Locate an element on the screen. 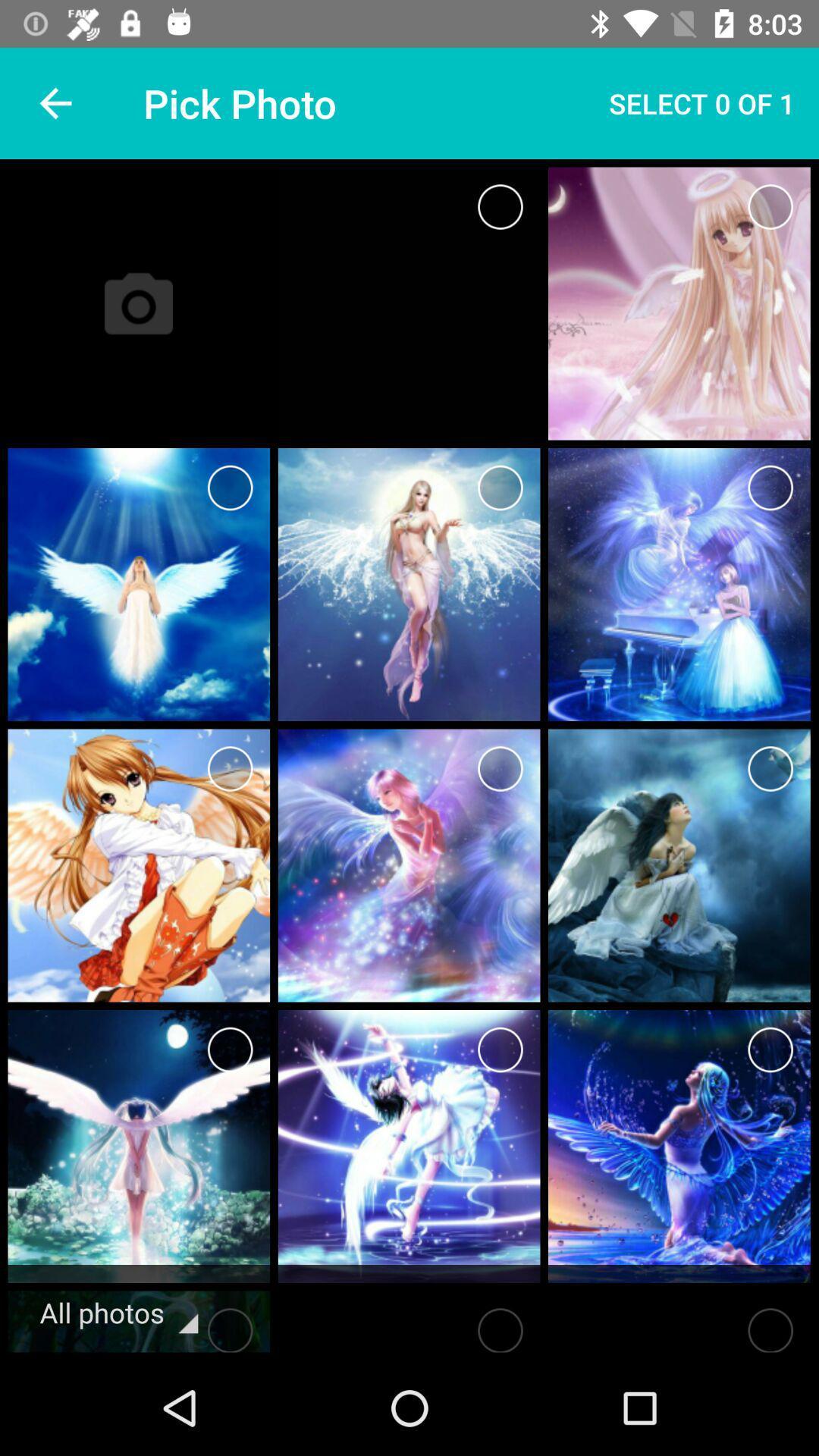  photo s is located at coordinates (770, 488).